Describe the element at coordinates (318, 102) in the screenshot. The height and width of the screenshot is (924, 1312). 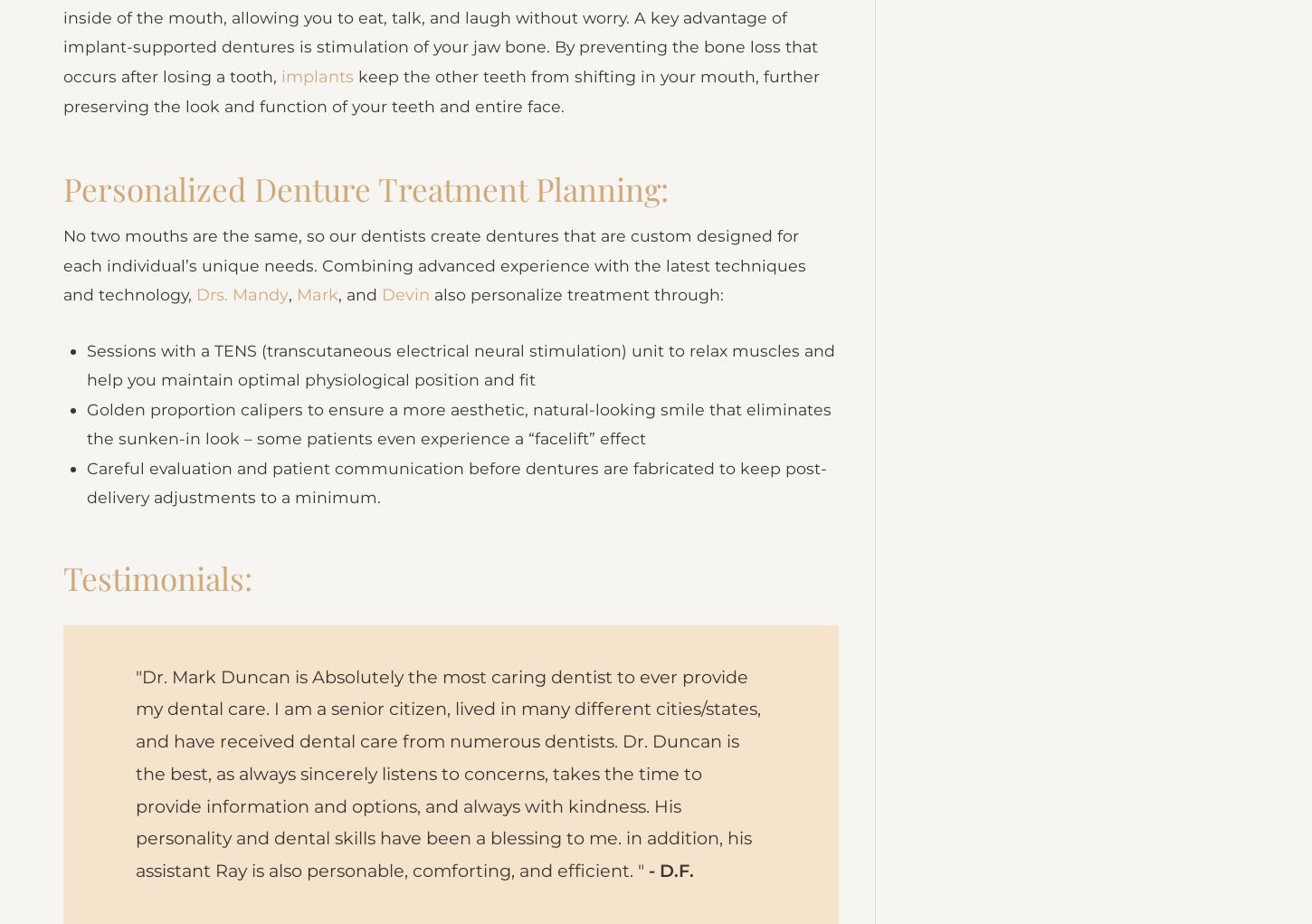
I see `'implants'` at that location.